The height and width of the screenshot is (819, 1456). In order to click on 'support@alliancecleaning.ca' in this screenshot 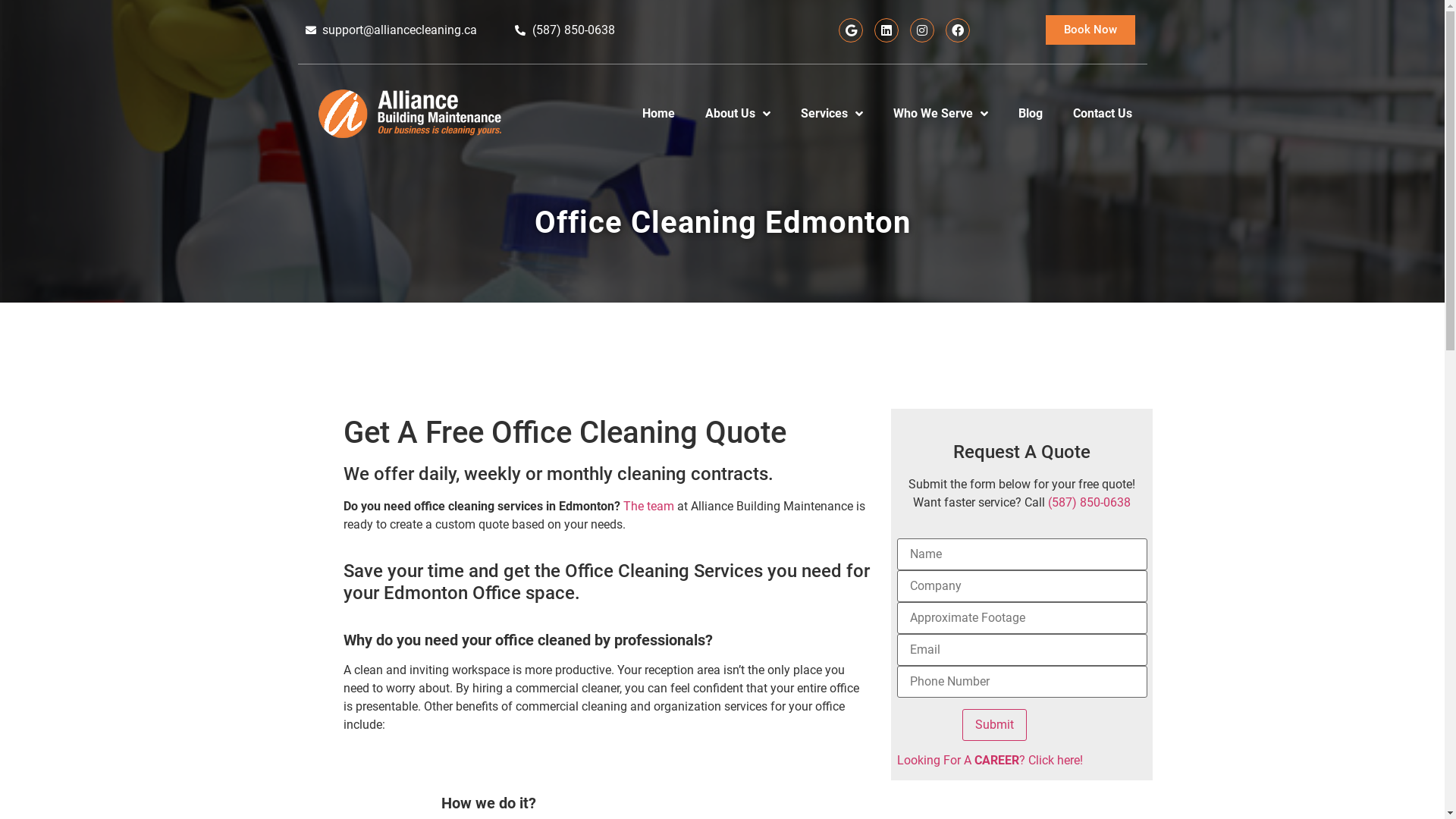, I will do `click(391, 30)`.